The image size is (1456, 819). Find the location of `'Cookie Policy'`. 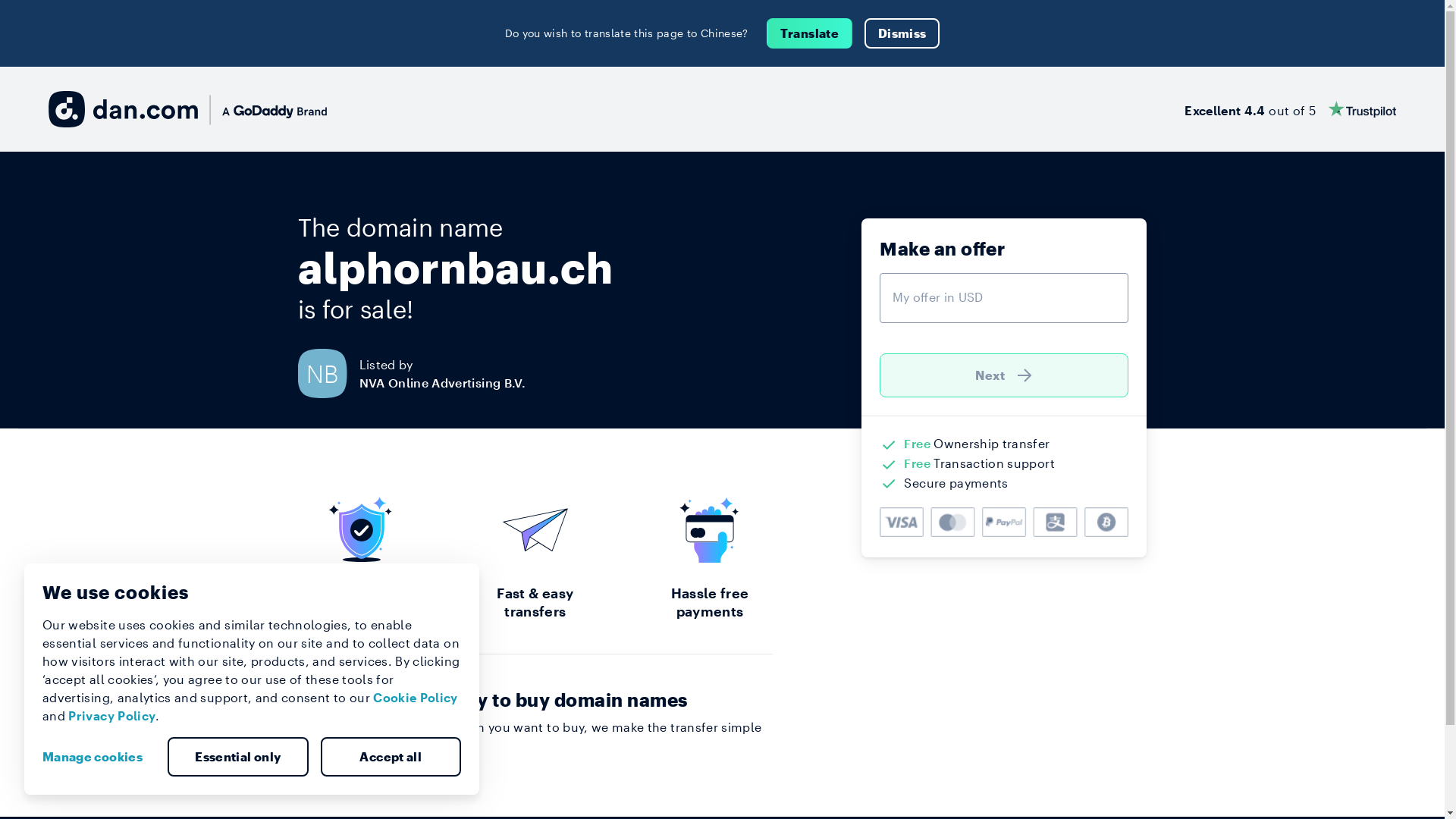

'Cookie Policy' is located at coordinates (372, 697).